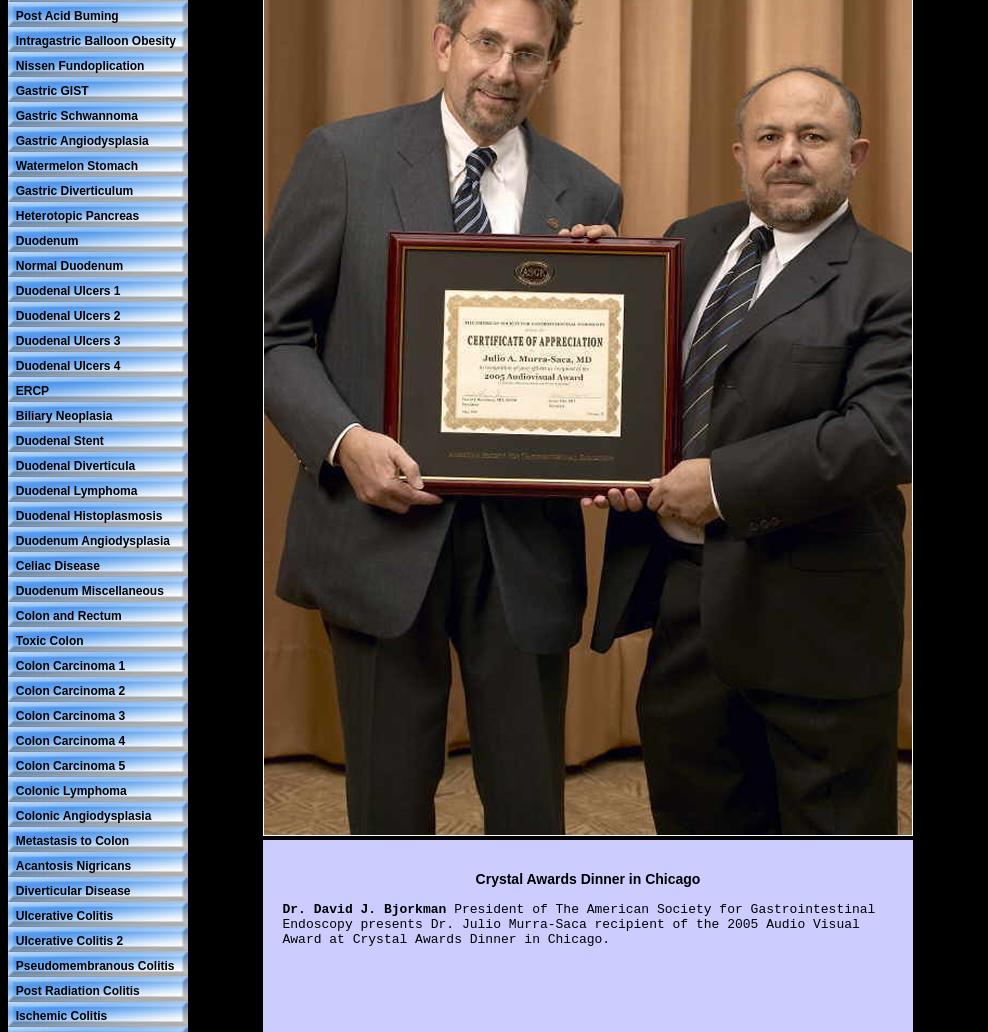 The height and width of the screenshot is (1032, 988). What do you see at coordinates (72, 840) in the screenshot?
I see `'Metastasis to Colon'` at bounding box center [72, 840].